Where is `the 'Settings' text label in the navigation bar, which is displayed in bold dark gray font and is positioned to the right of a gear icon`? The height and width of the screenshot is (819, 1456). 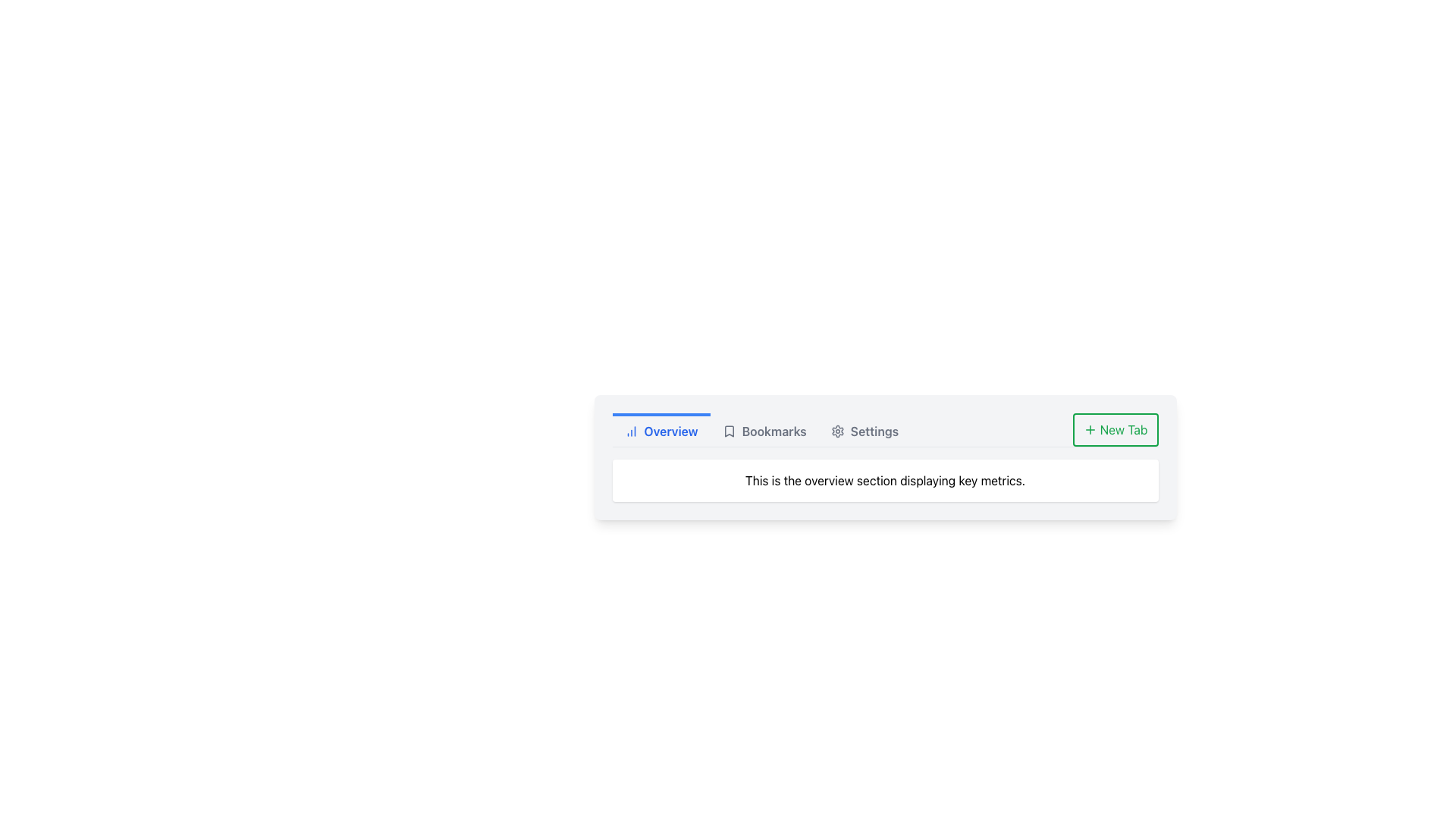
the 'Settings' text label in the navigation bar, which is displayed in bold dark gray font and is positioned to the right of a gear icon is located at coordinates (874, 431).